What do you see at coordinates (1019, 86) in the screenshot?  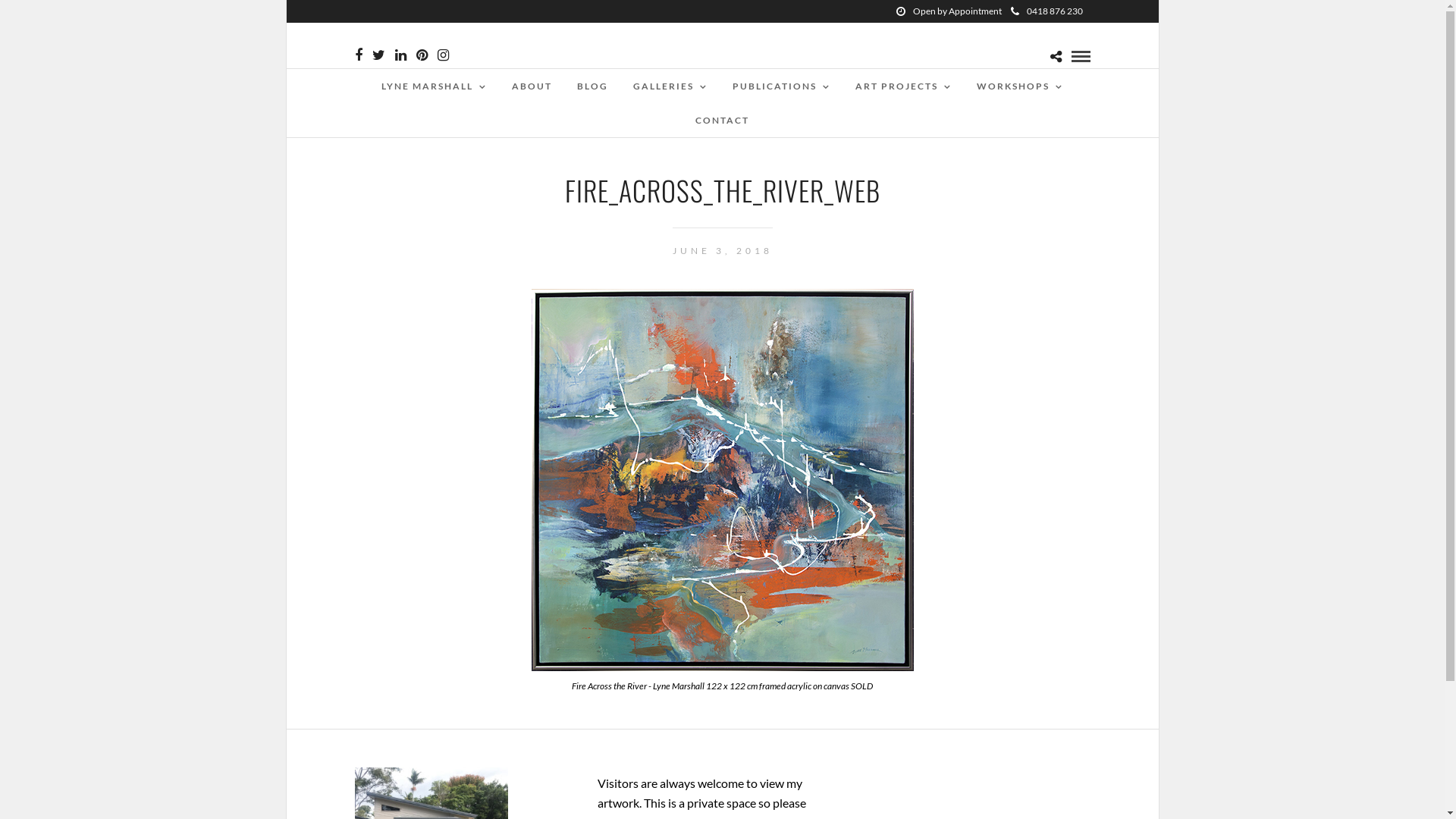 I see `'WORKSHOPS'` at bounding box center [1019, 86].